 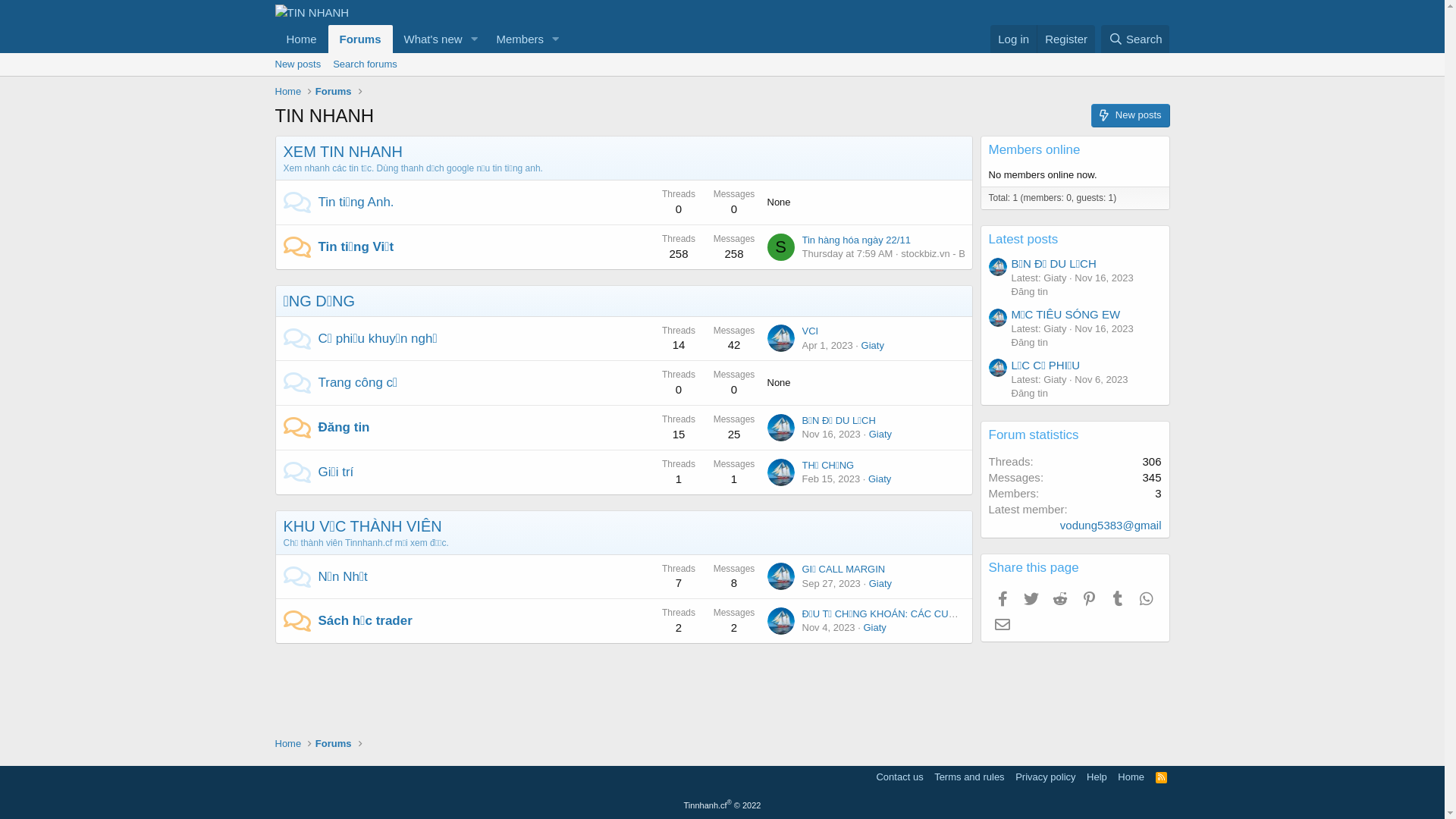 I want to click on 'New posts', so click(x=297, y=63).